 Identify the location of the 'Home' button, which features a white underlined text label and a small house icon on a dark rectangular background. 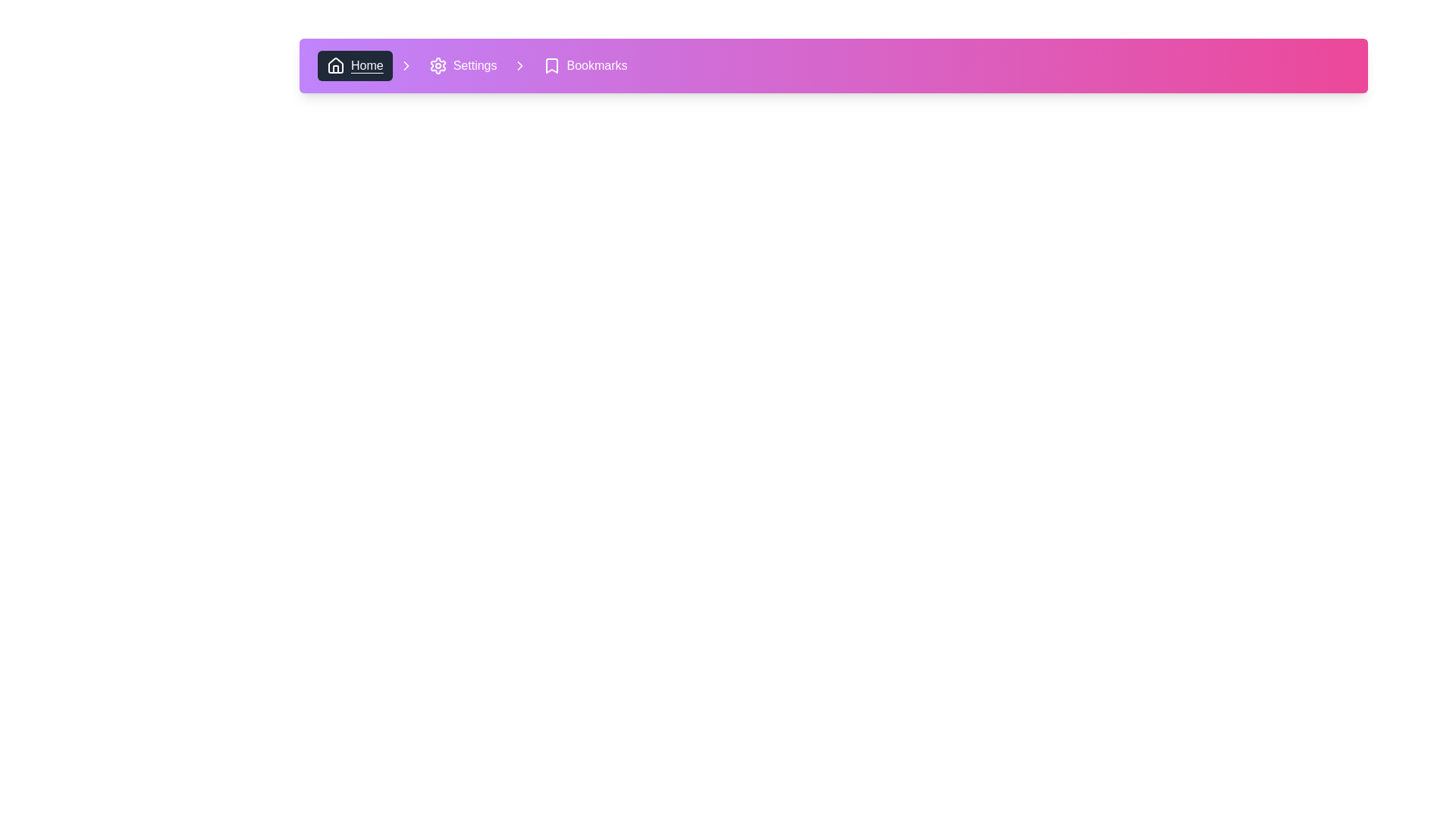
(369, 65).